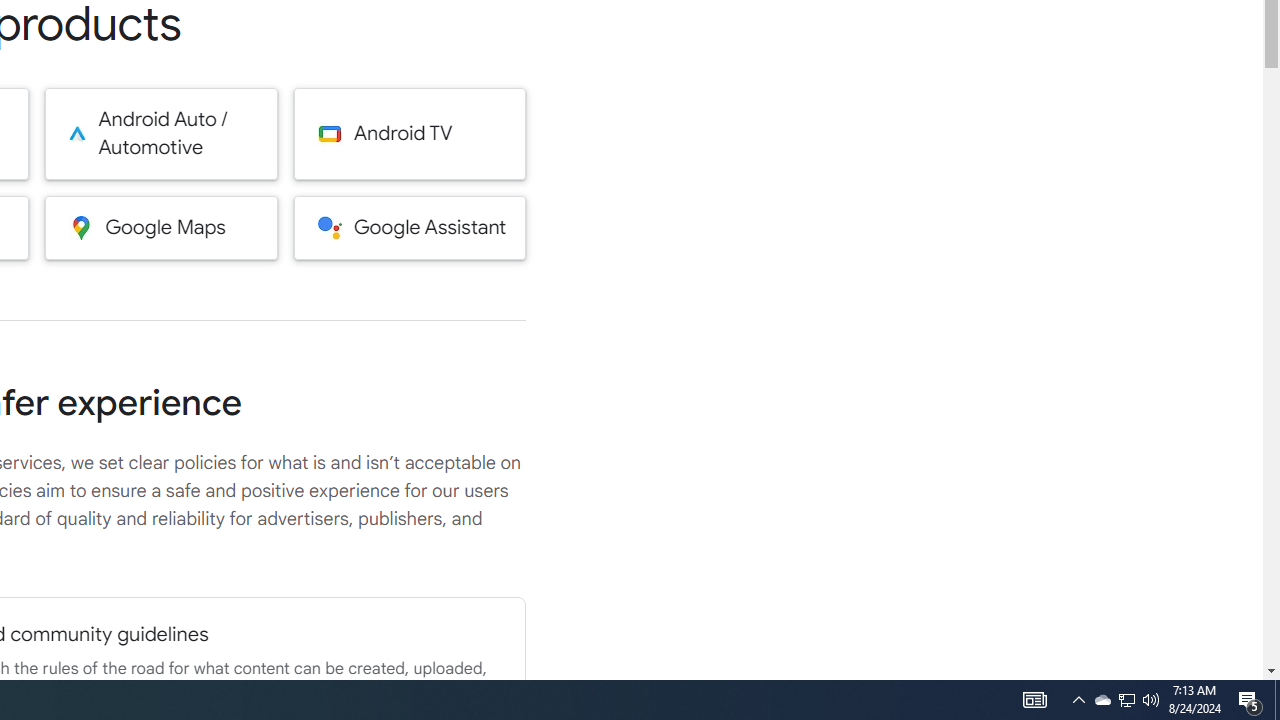 This screenshot has height=720, width=1280. I want to click on 'Android TV', so click(409, 133).